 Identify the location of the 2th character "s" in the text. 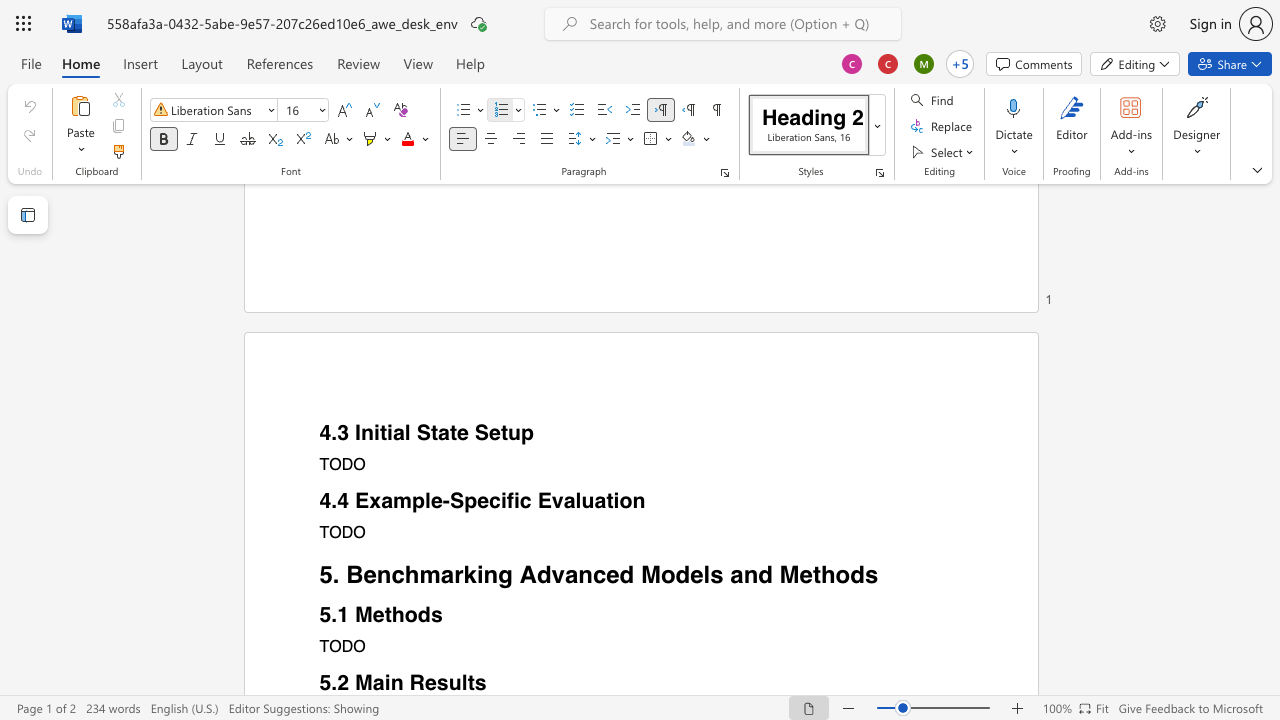
(480, 682).